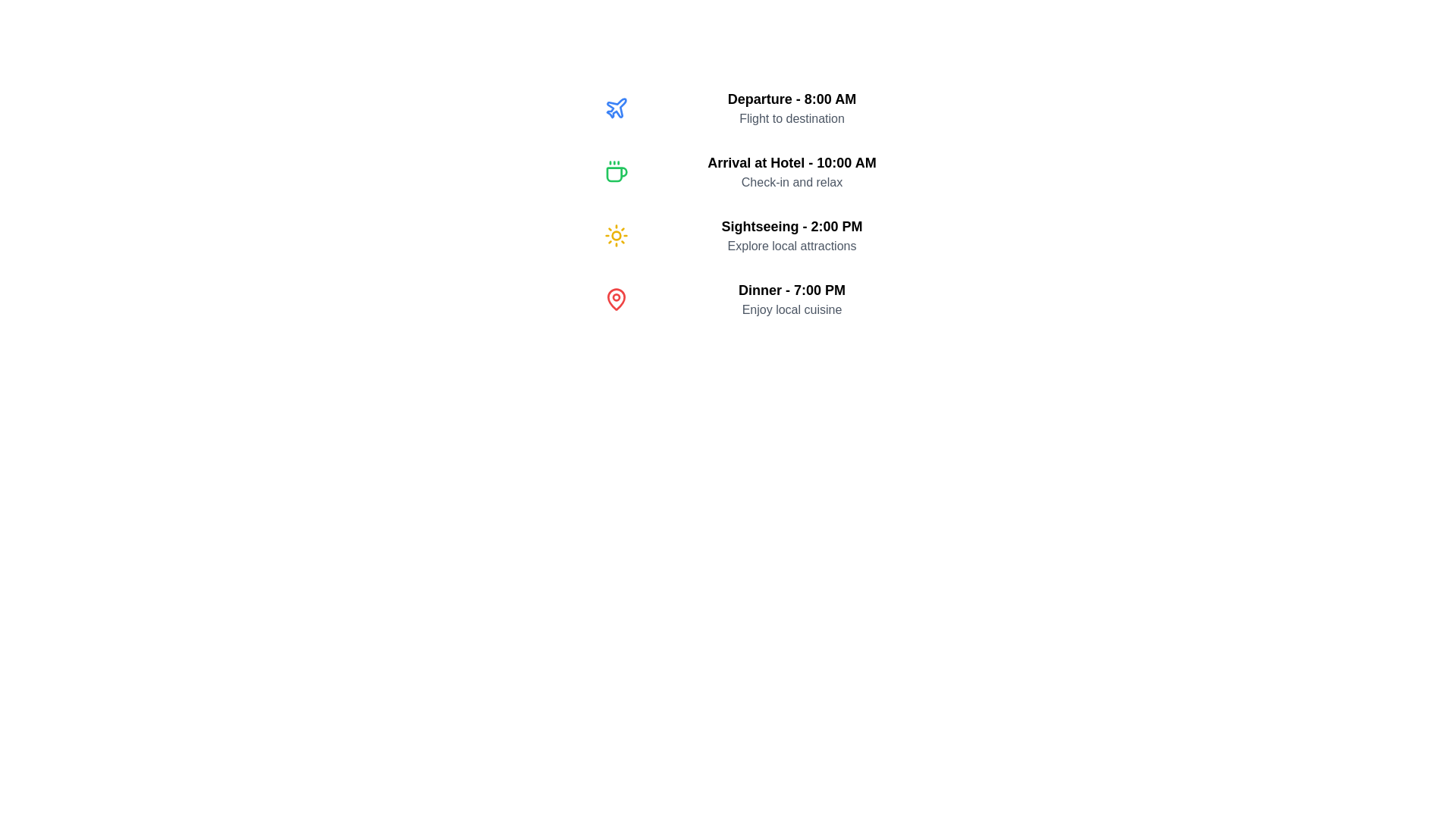 The height and width of the screenshot is (819, 1456). I want to click on the itinerary detail list item indicating the arrival time and activity for hotel check-in and relaxation, which is the second item in the vertical list below 'Departure - 8:00 AM', so click(773, 171).